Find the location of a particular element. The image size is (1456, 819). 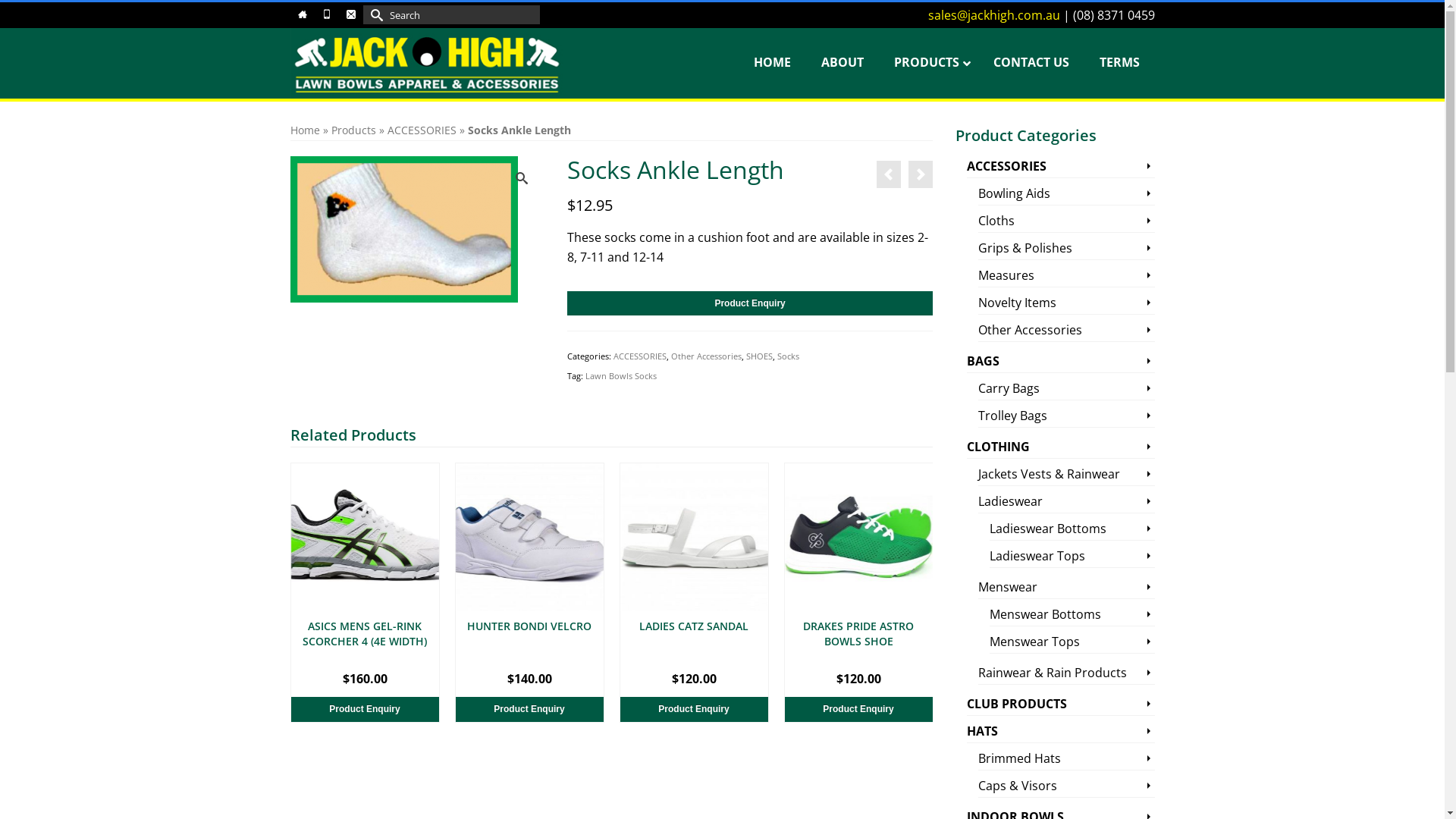

'Menswear Tops' is located at coordinates (1072, 642).